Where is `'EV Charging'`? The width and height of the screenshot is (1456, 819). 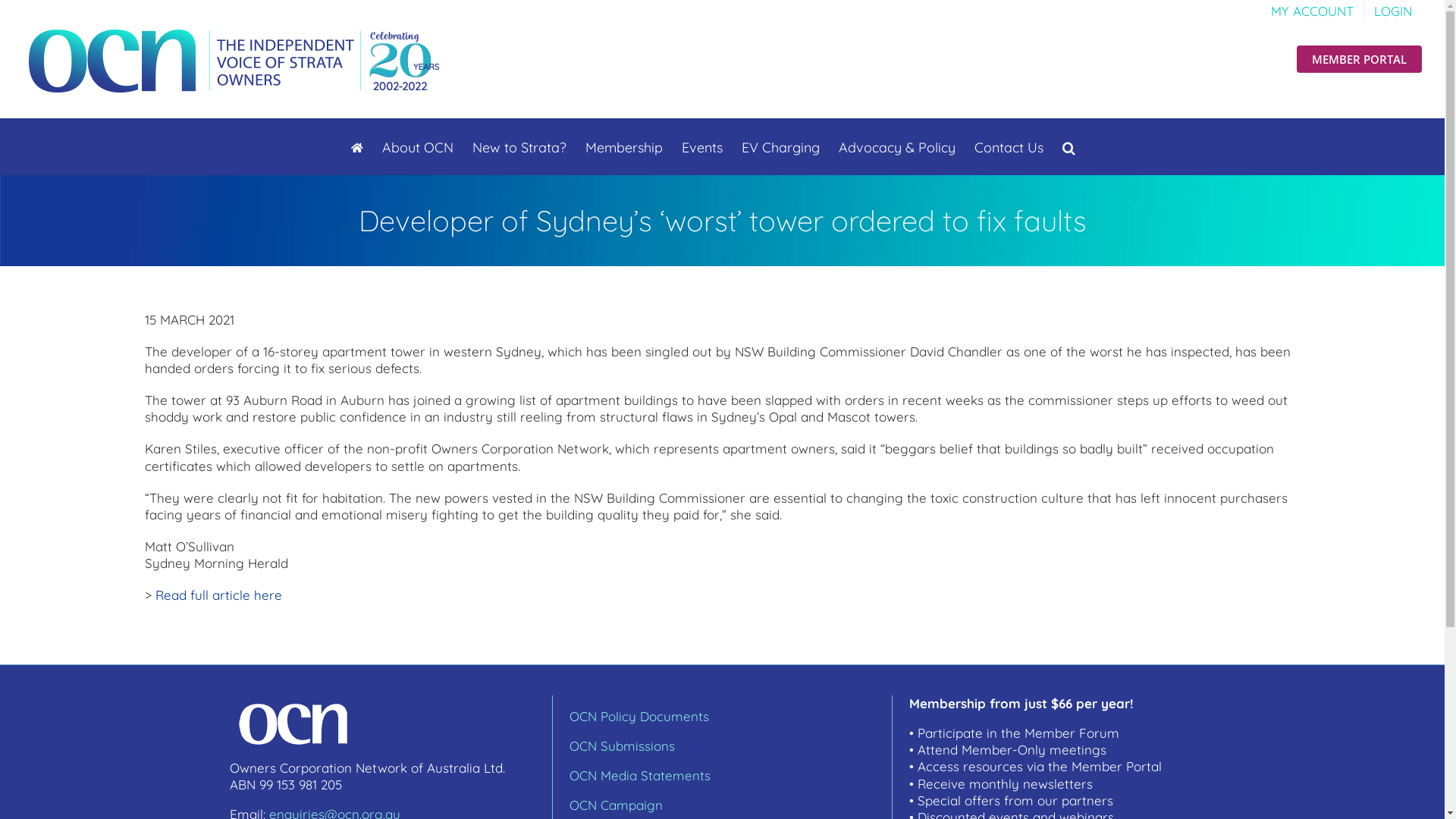 'EV Charging' is located at coordinates (780, 146).